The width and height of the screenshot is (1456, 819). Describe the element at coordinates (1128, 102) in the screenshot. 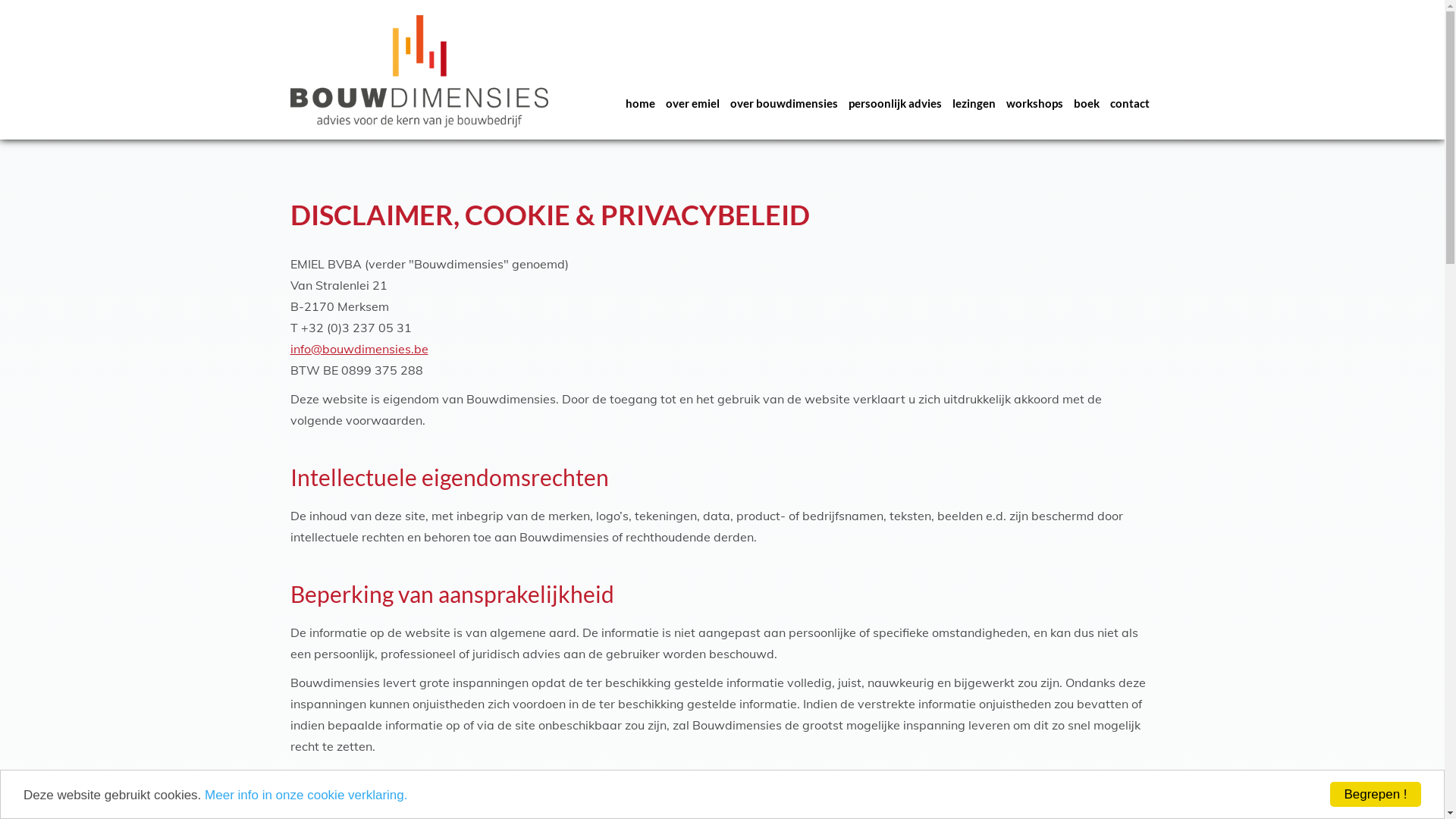

I see `'contact'` at that location.